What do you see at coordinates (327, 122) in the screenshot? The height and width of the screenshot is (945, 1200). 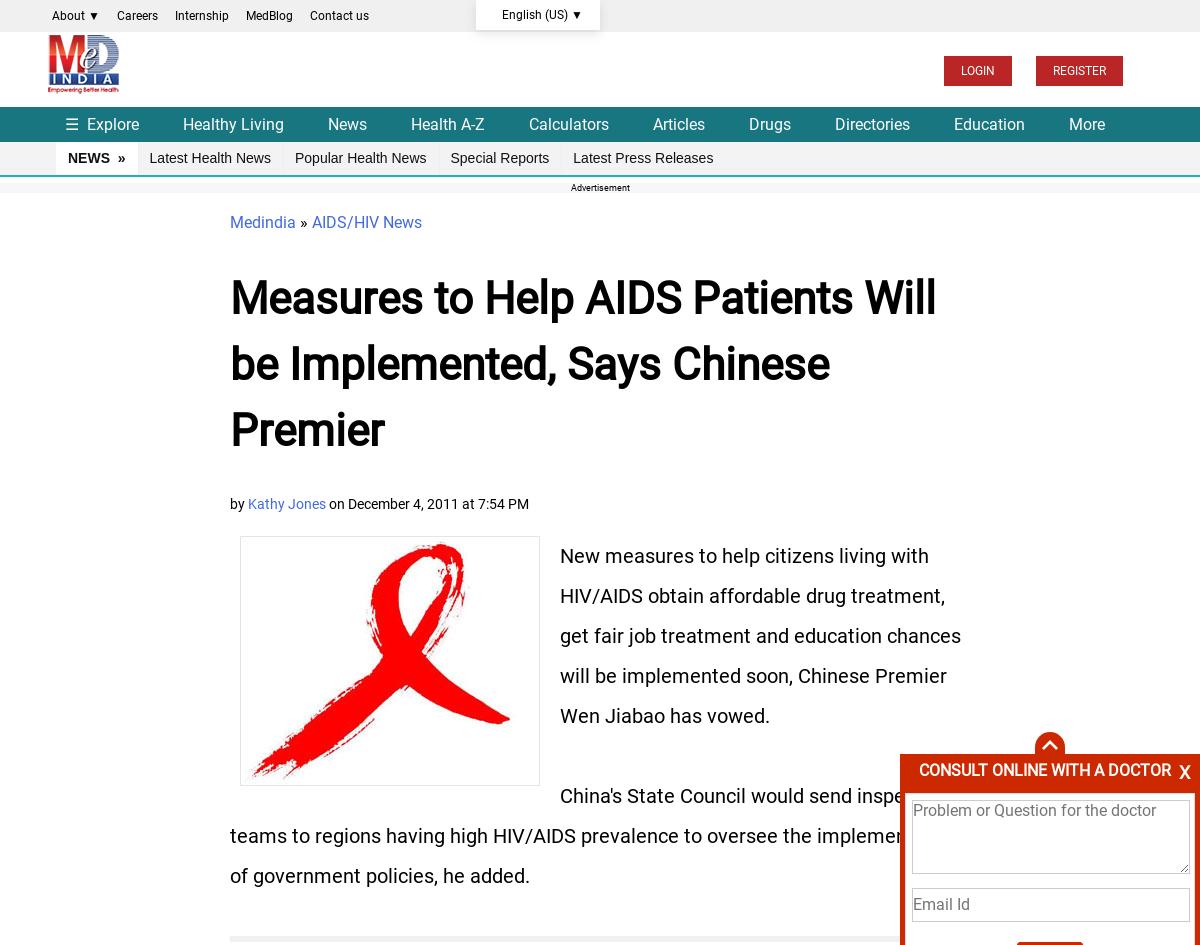 I see `'News'` at bounding box center [327, 122].